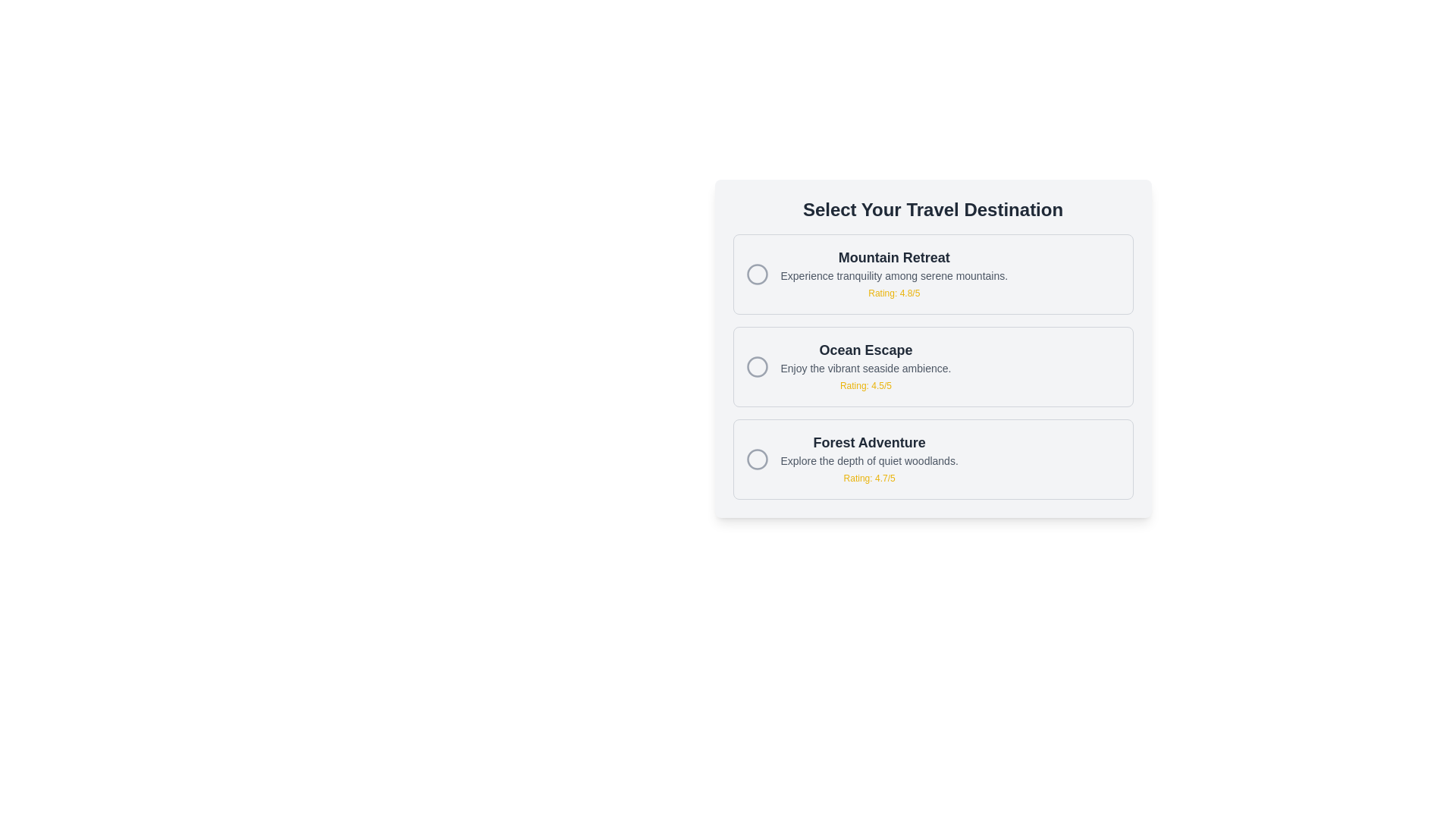  Describe the element at coordinates (932, 458) in the screenshot. I see `the selectable list item component with the title 'Forest Adventure'` at that location.